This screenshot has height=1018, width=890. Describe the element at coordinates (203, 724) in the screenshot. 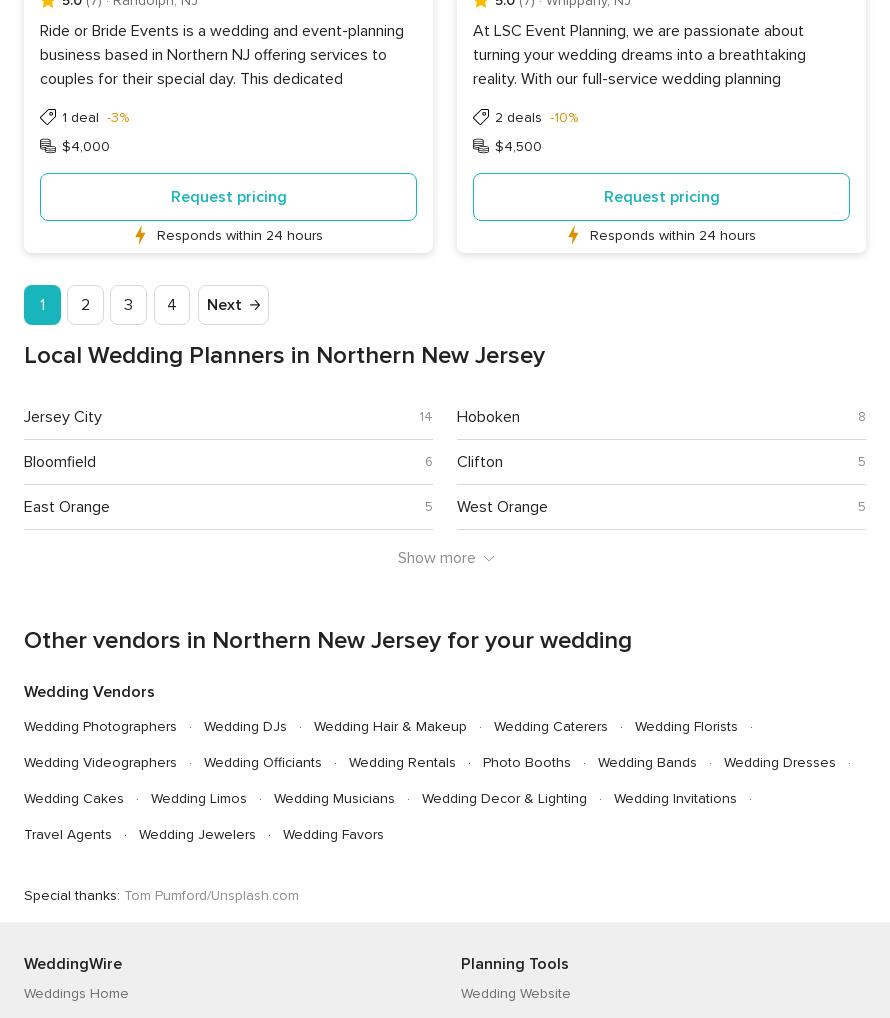

I see `'Wedding DJs'` at that location.